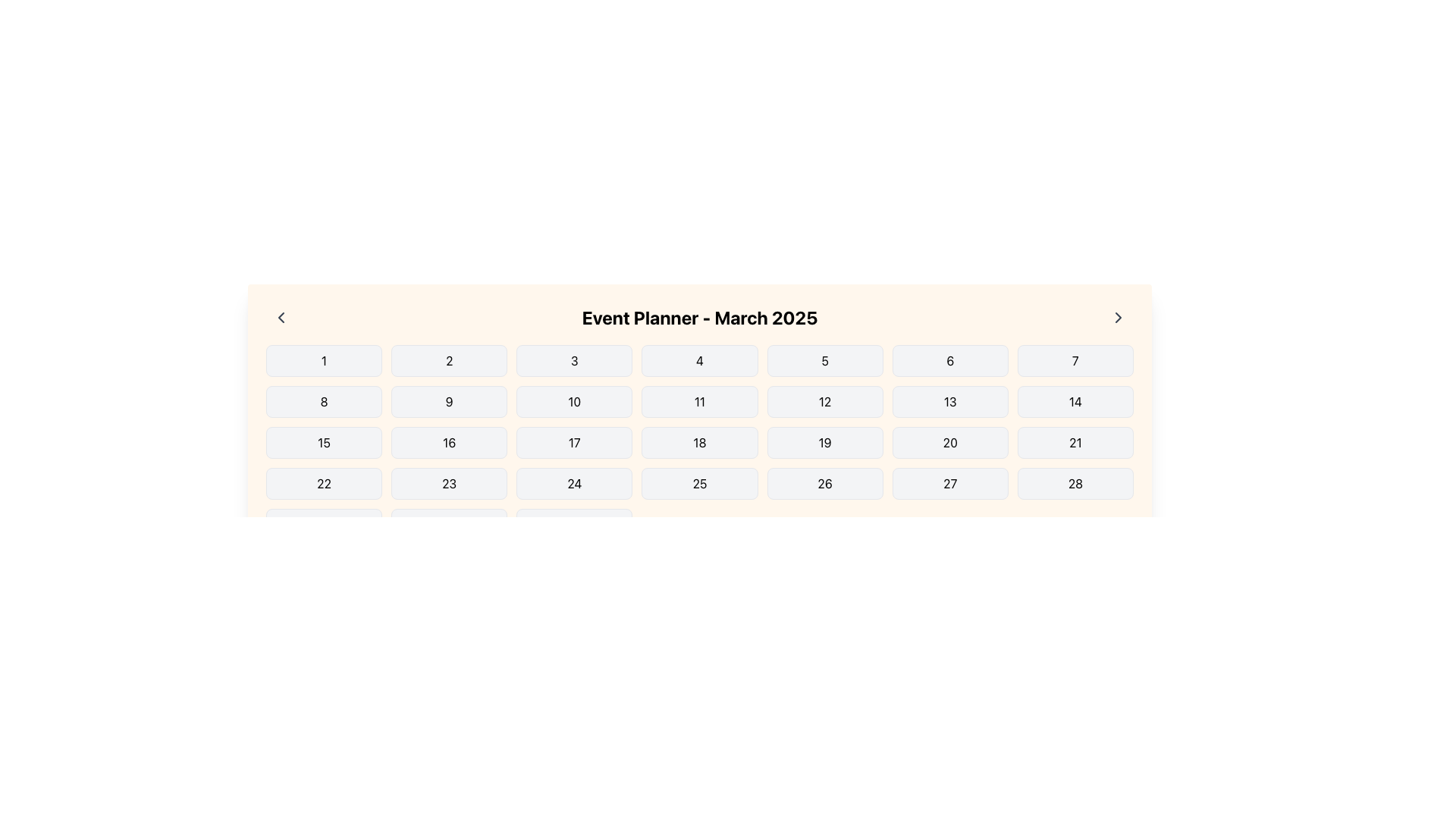  I want to click on the gray rectangular button with rounded corners displaying the number '20' in bold, dark text, so click(949, 442).